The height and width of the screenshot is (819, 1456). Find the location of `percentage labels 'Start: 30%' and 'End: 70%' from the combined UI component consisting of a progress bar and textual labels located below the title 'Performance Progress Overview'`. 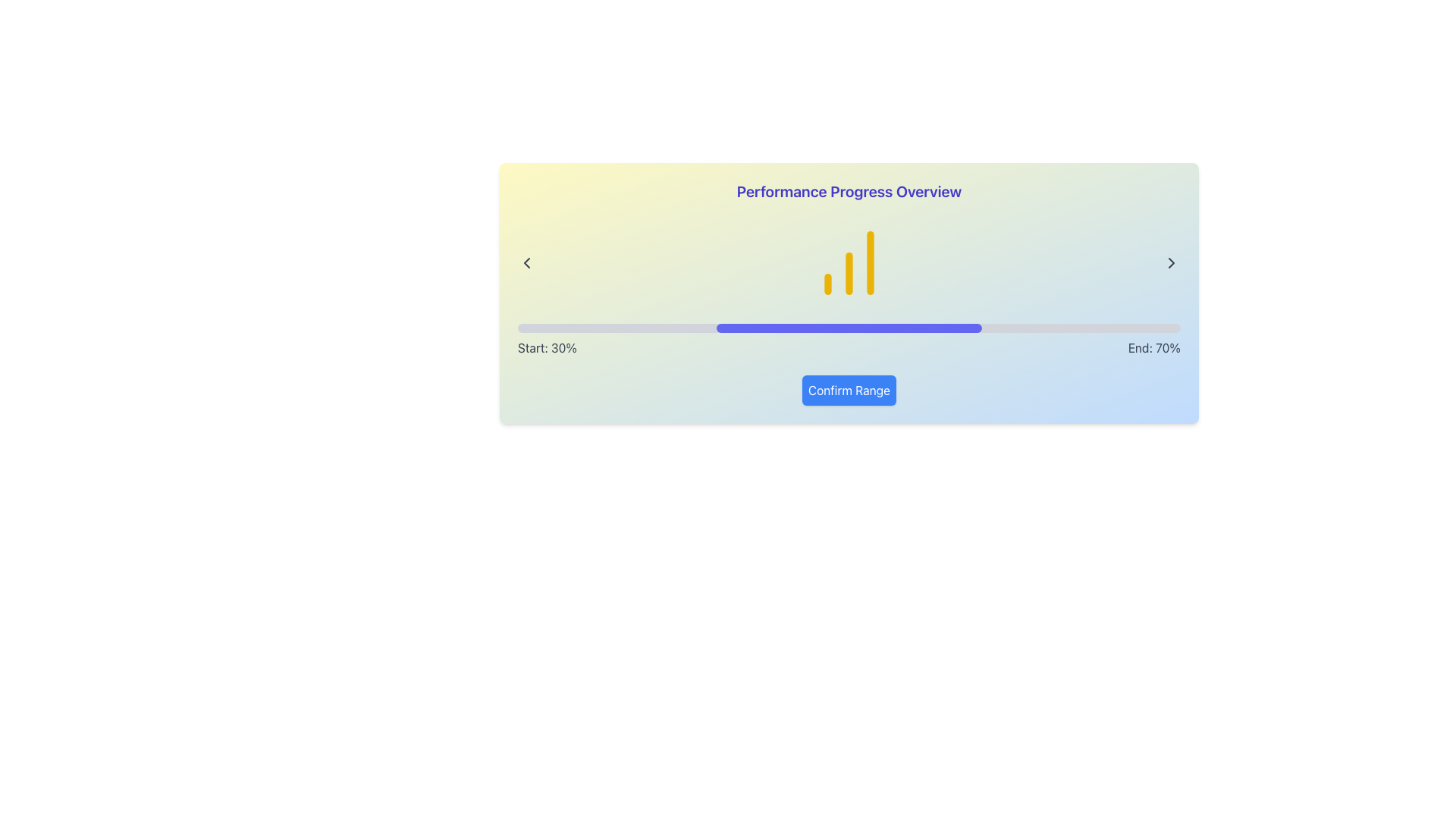

percentage labels 'Start: 30%' and 'End: 70%' from the combined UI component consisting of a progress bar and textual labels located below the title 'Performance Progress Overview' is located at coordinates (848, 339).